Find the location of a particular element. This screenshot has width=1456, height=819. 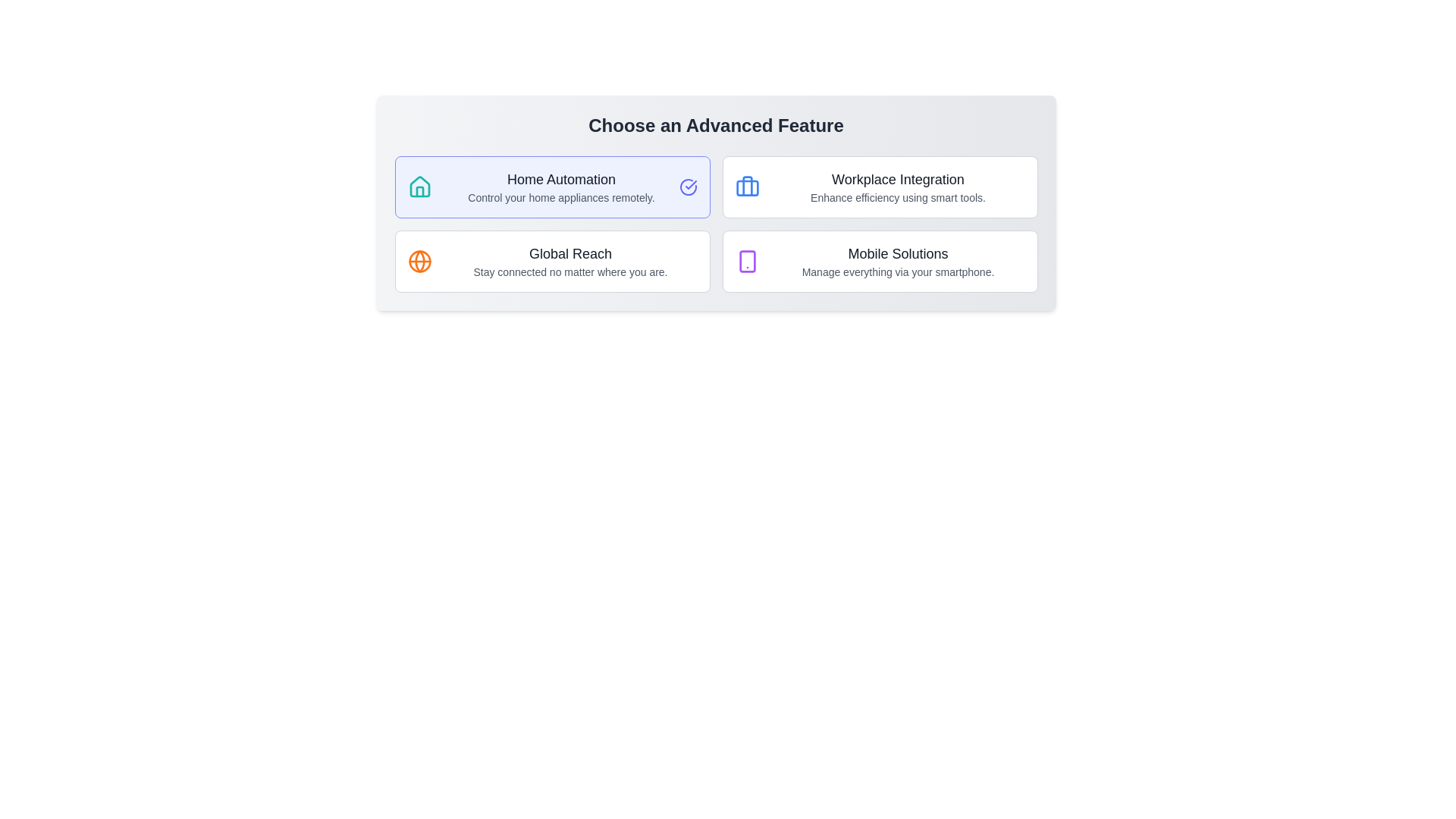

the 'Global Reach' icon, which is located to the left of the text content 'Global Reach' in the second card of the grid is located at coordinates (419, 260).